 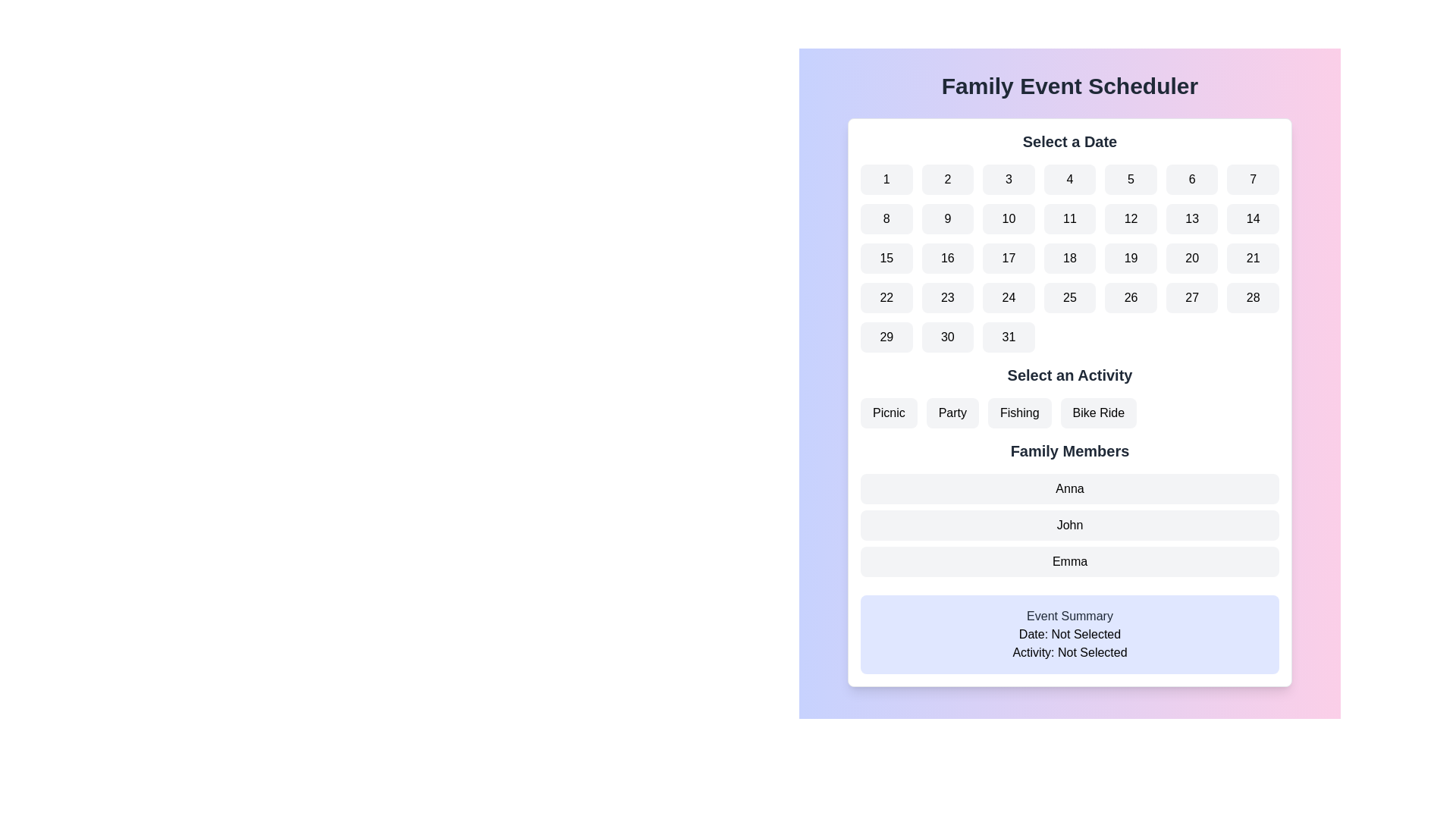 I want to click on the selectable date button located in the second row and second column of the calendar grid, so click(x=946, y=219).